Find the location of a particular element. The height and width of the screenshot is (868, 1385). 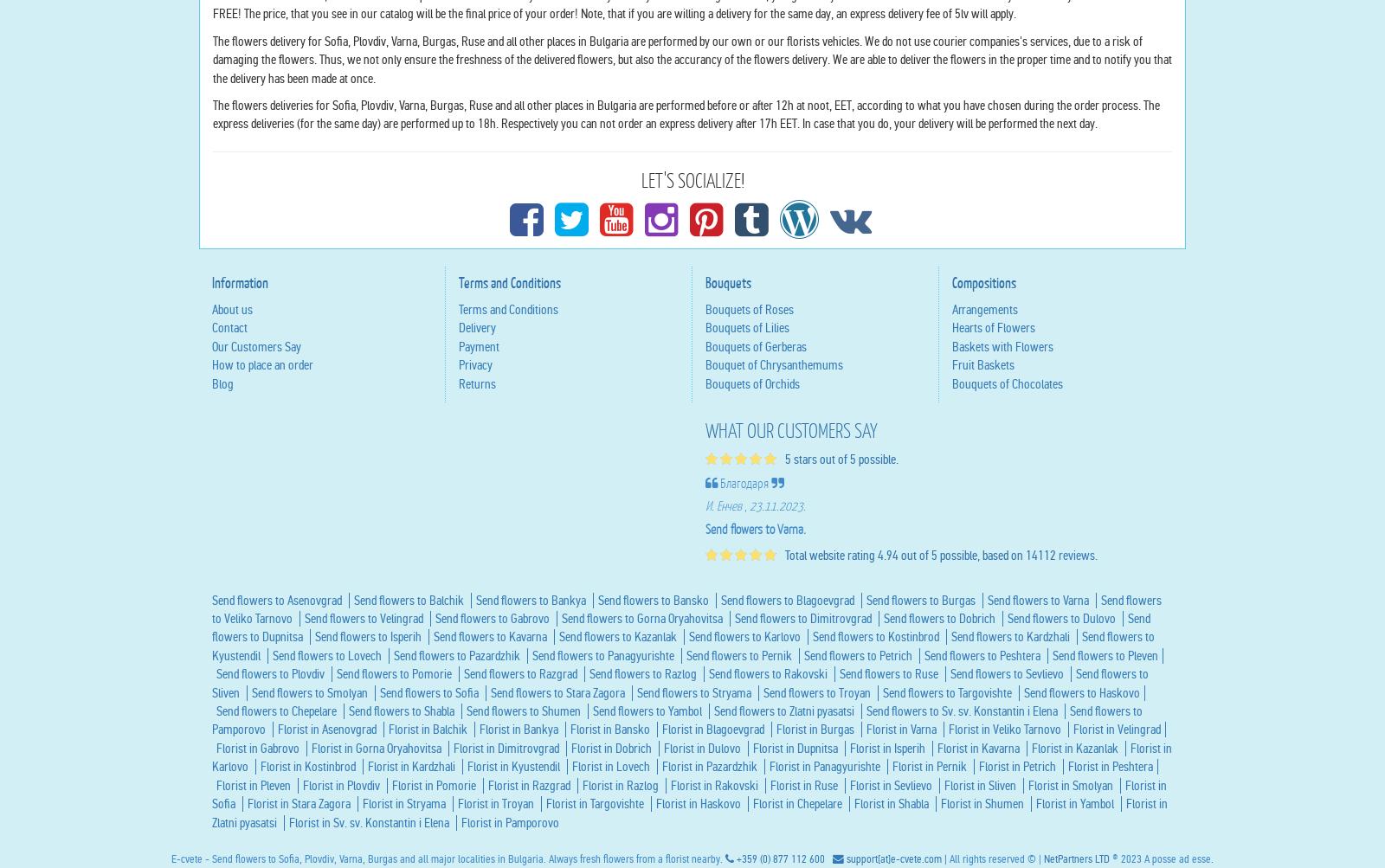

'Send flowers to Kavarna' is located at coordinates (491, 801).